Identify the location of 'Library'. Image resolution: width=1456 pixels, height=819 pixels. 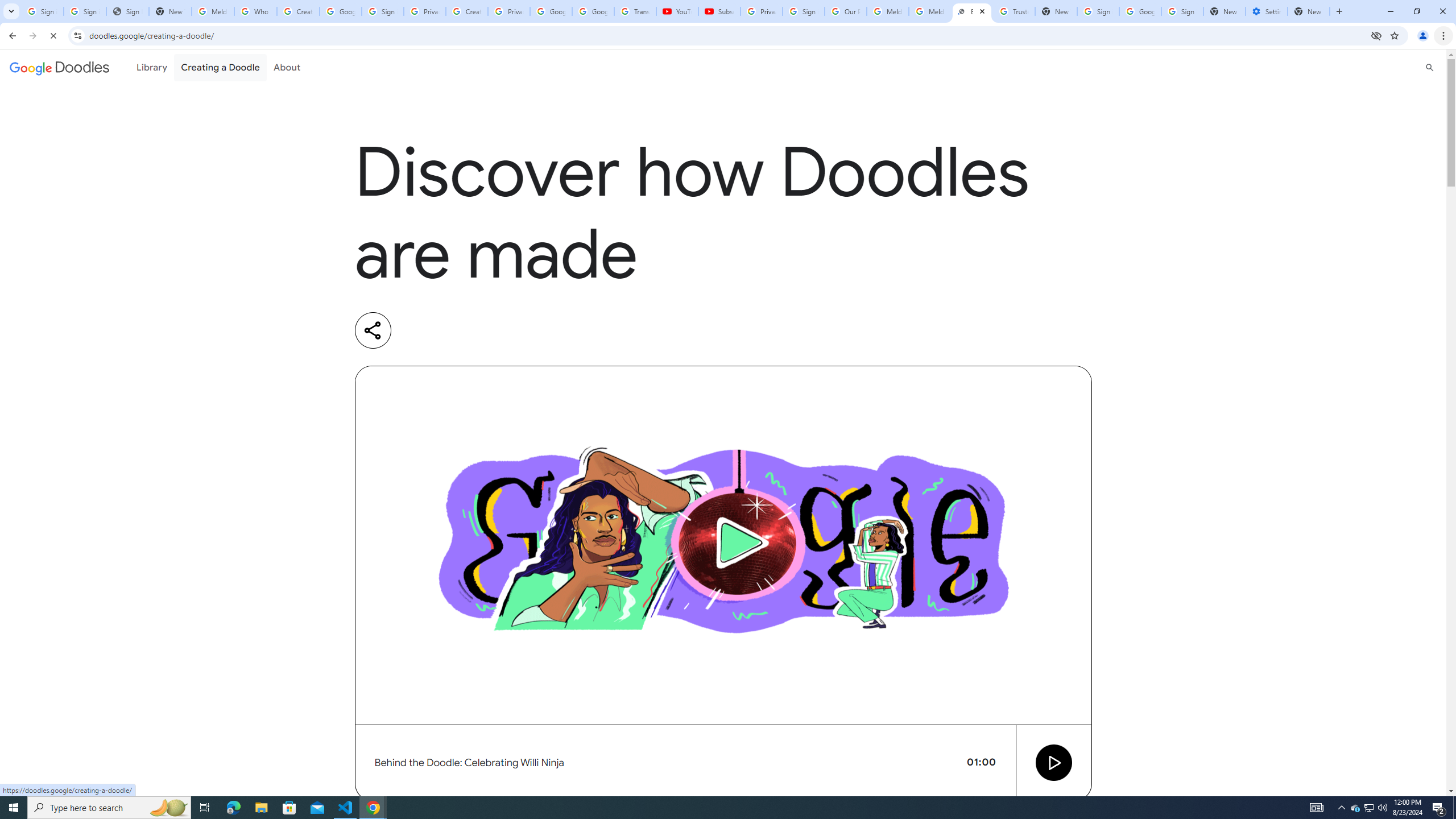
(151, 67).